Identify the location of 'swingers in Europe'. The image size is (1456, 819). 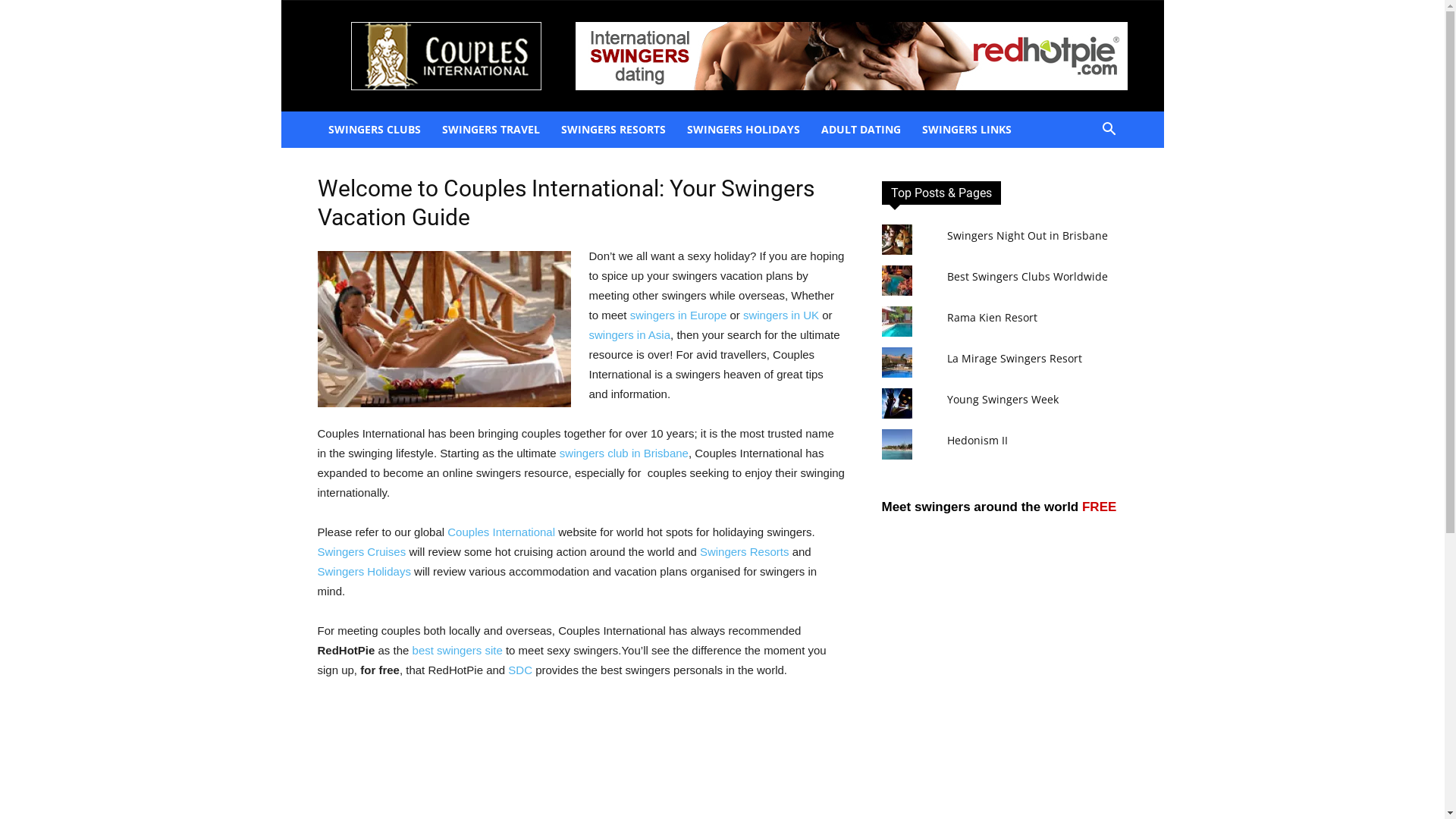
(629, 314).